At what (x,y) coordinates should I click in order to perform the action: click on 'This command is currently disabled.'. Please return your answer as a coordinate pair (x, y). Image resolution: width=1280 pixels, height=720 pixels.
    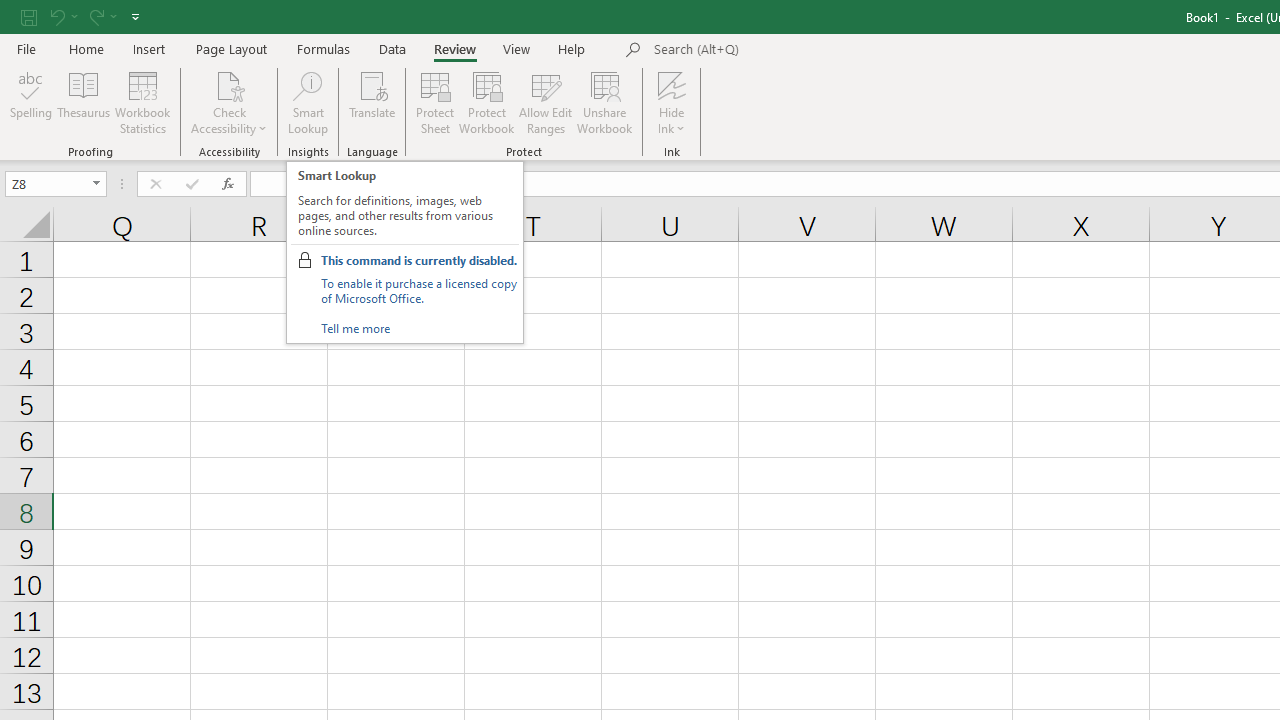
    Looking at the image, I should click on (417, 259).